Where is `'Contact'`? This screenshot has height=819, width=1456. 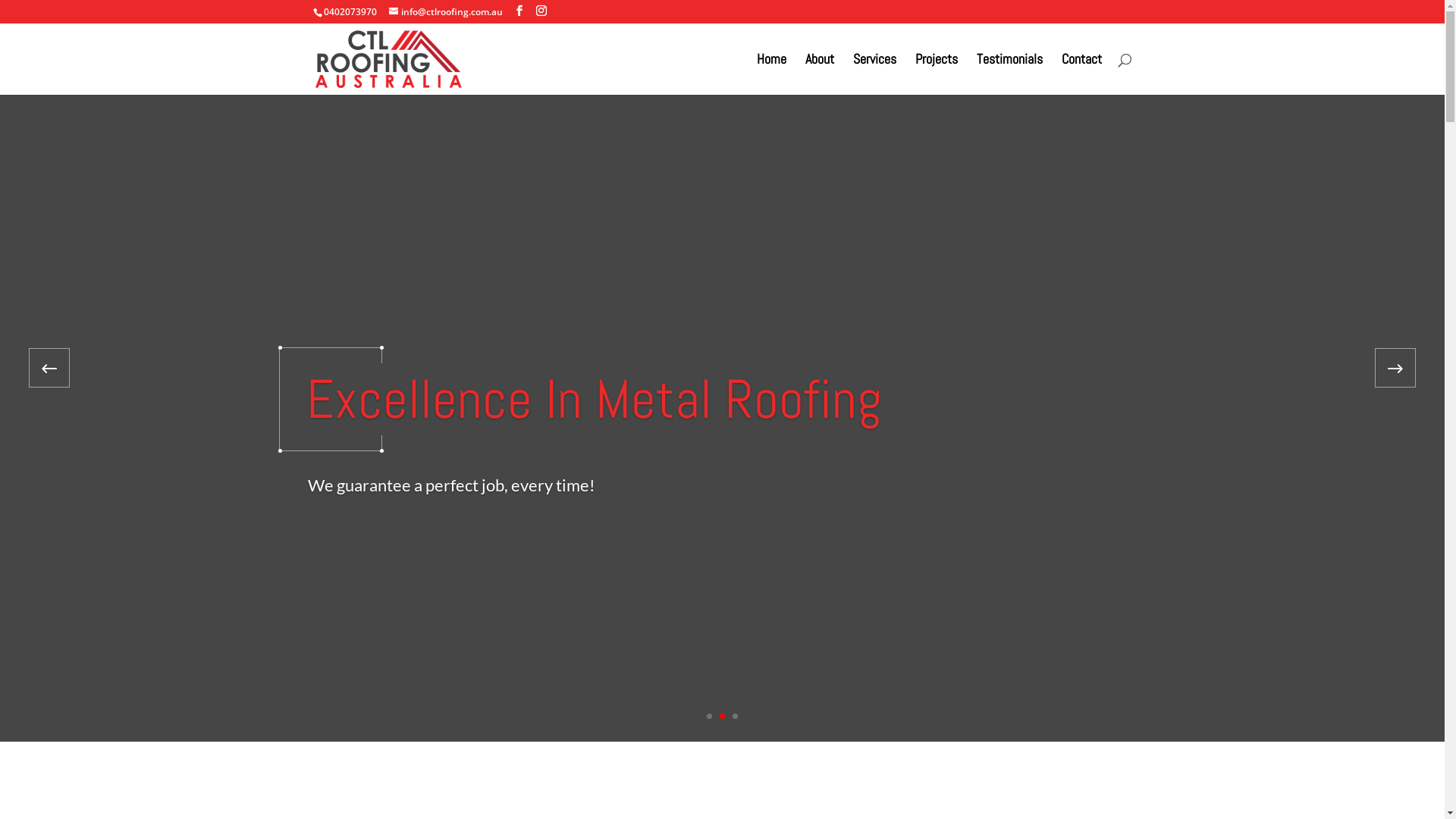 'Contact' is located at coordinates (1081, 74).